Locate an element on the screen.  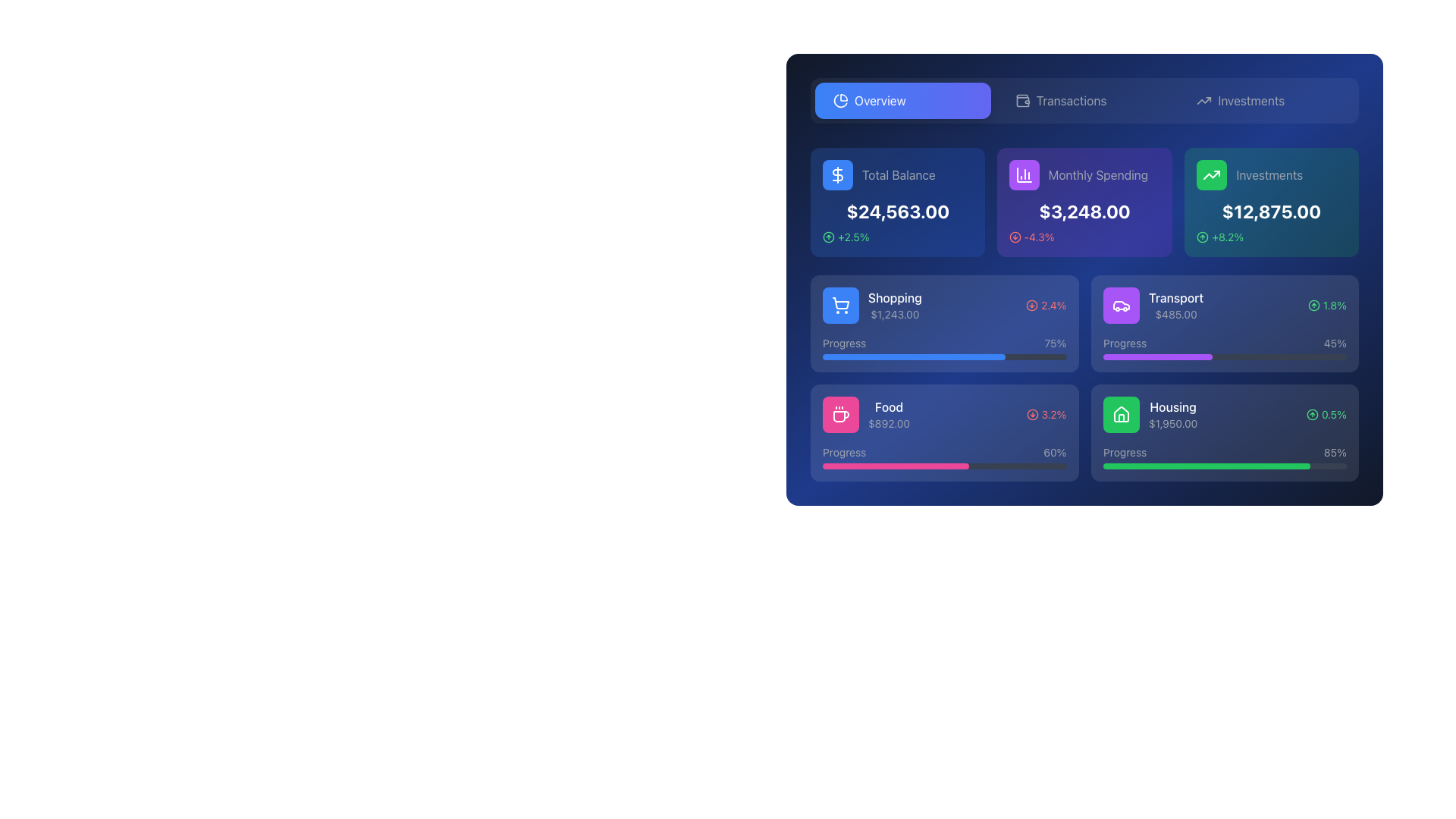
the wallet outline icon located to the immediate left of the 'Transactions' text in the header section of the second tab in the navigation bar is located at coordinates (1022, 100).